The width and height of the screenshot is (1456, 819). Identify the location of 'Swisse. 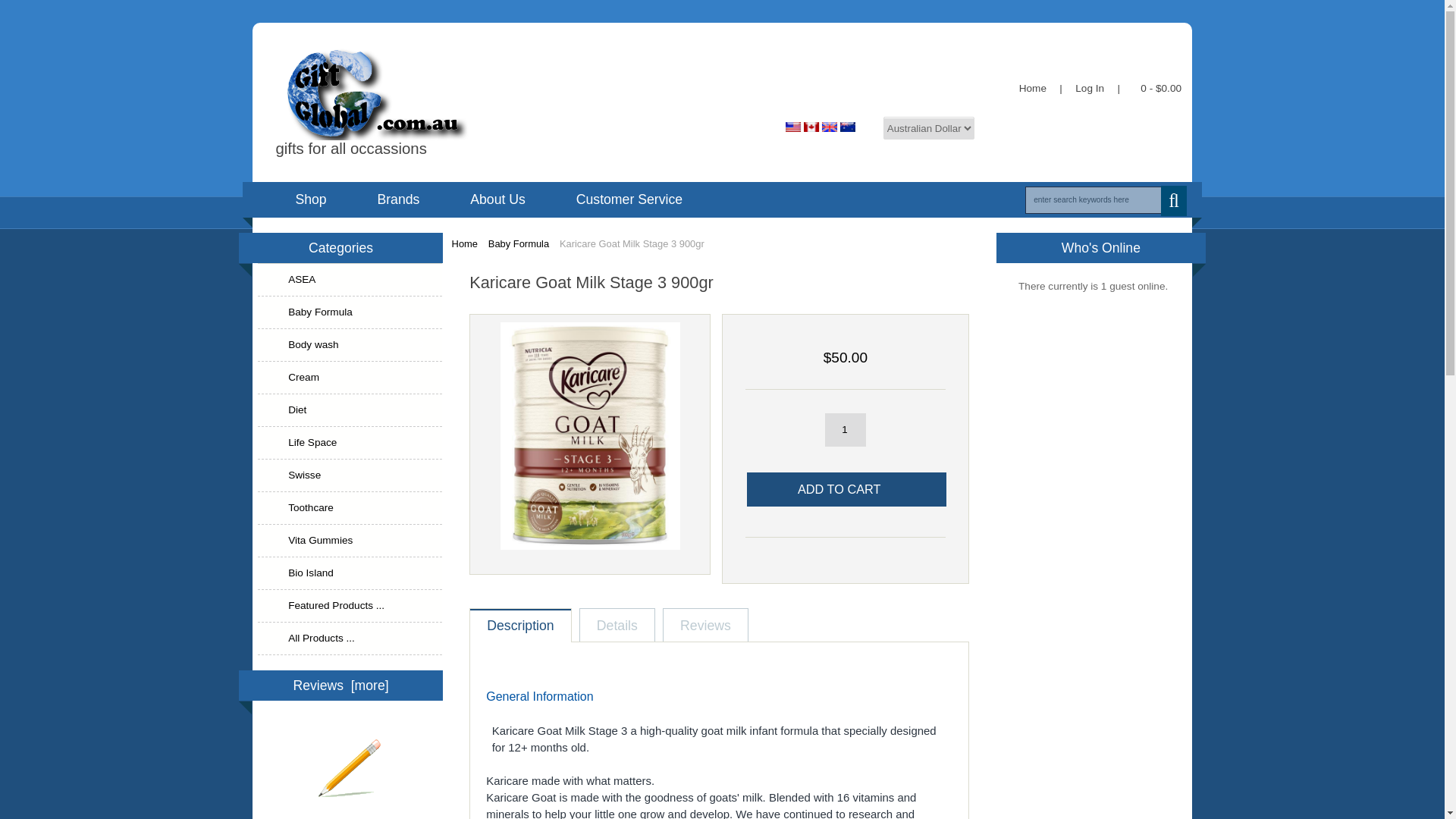
(258, 475).